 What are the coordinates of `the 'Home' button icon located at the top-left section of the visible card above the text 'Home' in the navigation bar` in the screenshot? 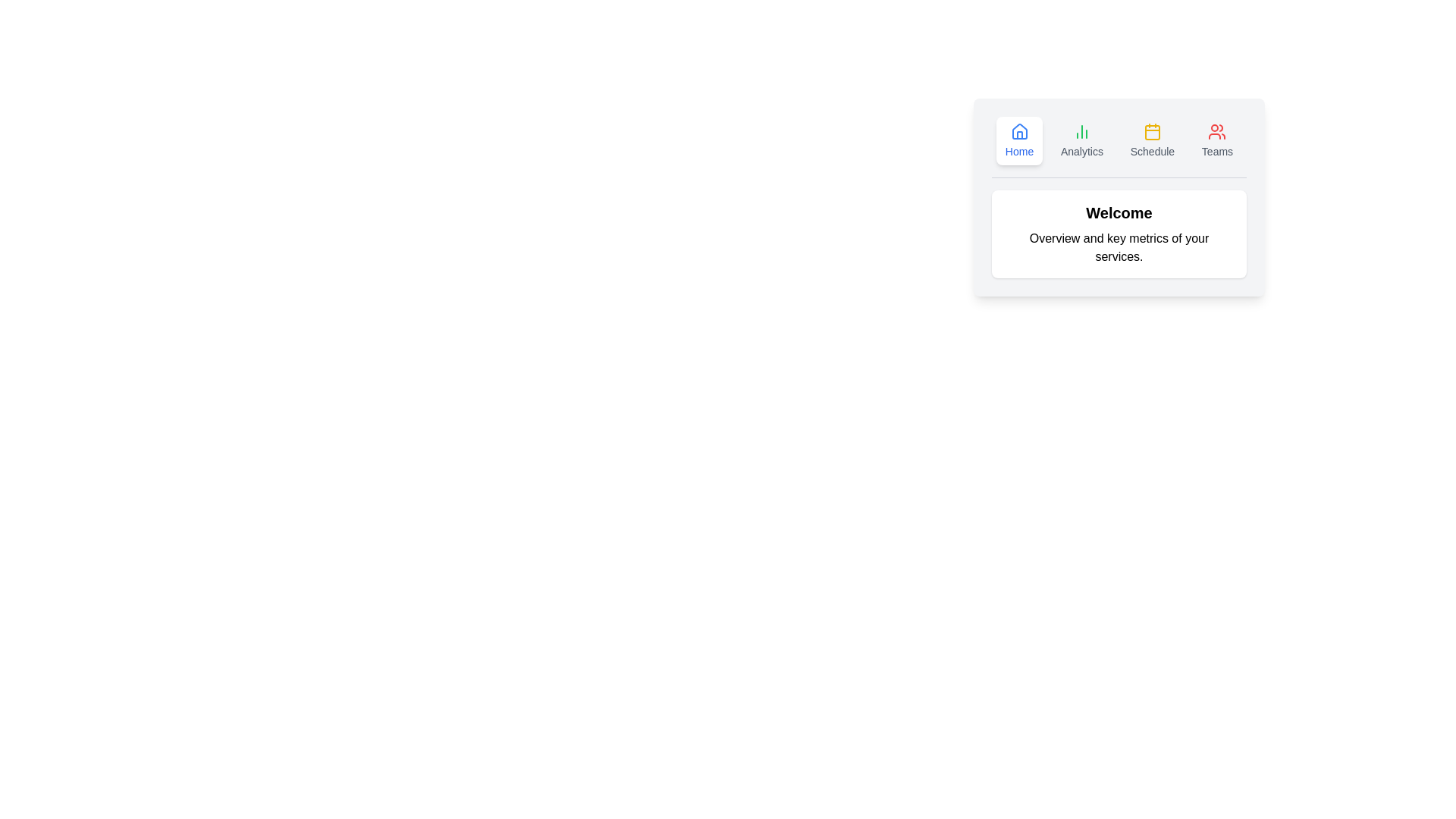 It's located at (1019, 130).